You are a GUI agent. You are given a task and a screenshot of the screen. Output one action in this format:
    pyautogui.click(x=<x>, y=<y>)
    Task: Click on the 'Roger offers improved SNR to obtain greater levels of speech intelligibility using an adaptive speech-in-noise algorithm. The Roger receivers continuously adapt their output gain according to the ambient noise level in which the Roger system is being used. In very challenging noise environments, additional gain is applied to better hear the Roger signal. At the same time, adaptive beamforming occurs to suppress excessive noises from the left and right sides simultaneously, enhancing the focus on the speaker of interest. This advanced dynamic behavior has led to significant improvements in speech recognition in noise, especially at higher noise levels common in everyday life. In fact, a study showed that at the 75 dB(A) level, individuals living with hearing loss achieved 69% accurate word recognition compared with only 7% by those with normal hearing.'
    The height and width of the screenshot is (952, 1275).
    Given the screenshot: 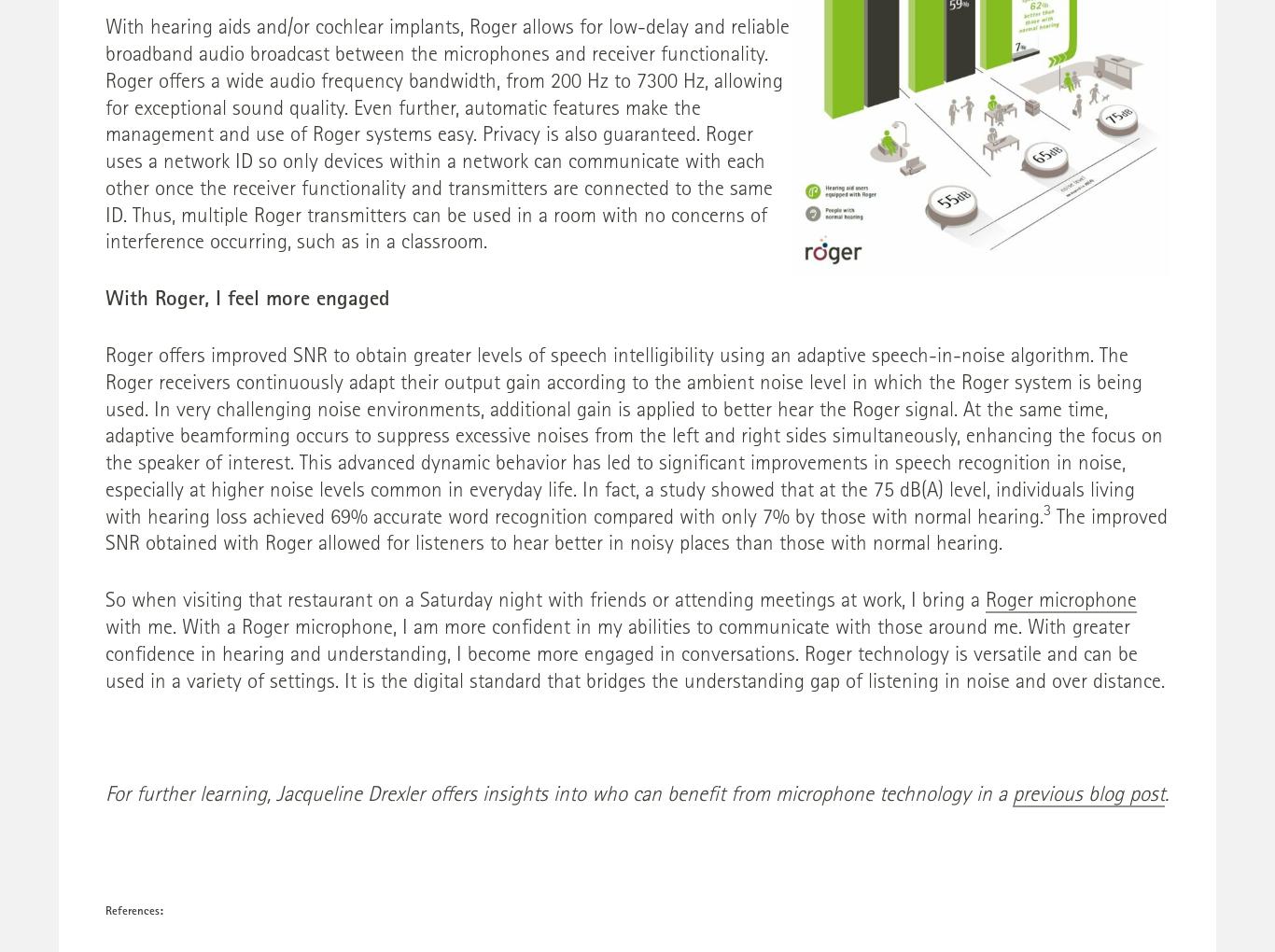 What is the action you would take?
    pyautogui.click(x=633, y=438)
    